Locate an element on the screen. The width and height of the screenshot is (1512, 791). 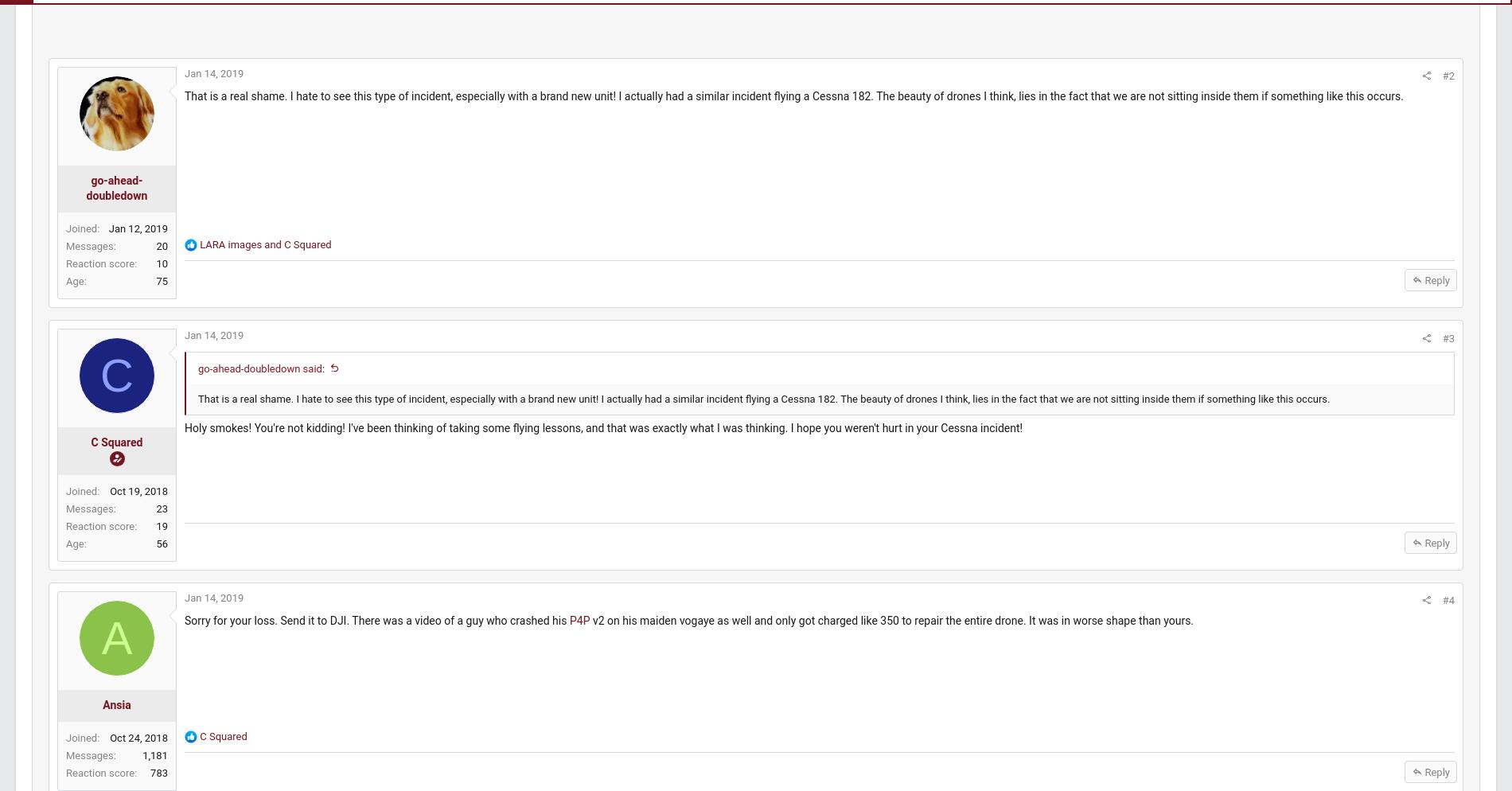
'Yesterday at 2:37 PM' is located at coordinates (1313, 294).